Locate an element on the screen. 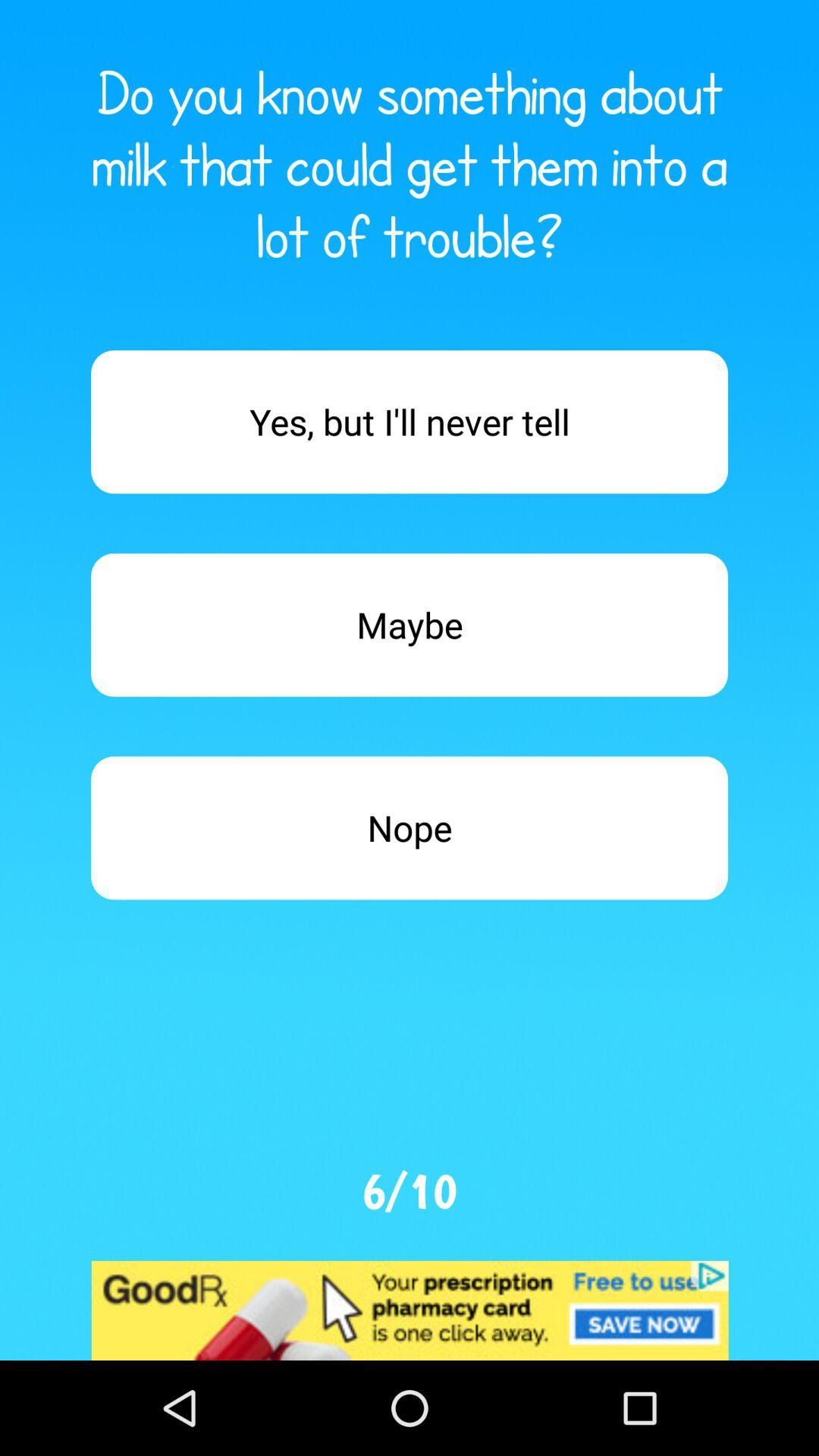 Image resolution: width=819 pixels, height=1456 pixels. nope option is located at coordinates (409, 827).